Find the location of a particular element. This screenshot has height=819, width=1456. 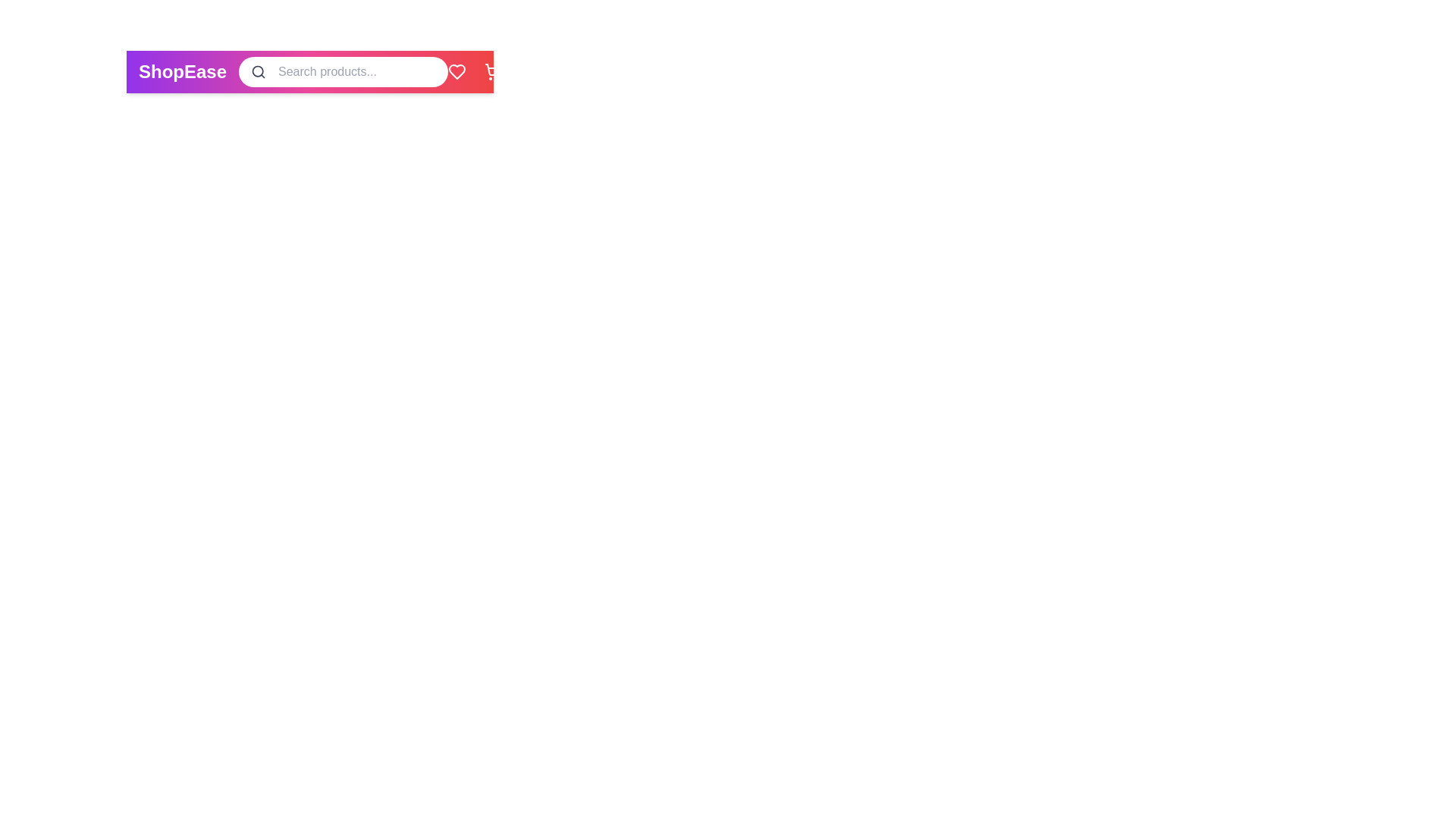

the user icon to view account settings is located at coordinates (530, 72).